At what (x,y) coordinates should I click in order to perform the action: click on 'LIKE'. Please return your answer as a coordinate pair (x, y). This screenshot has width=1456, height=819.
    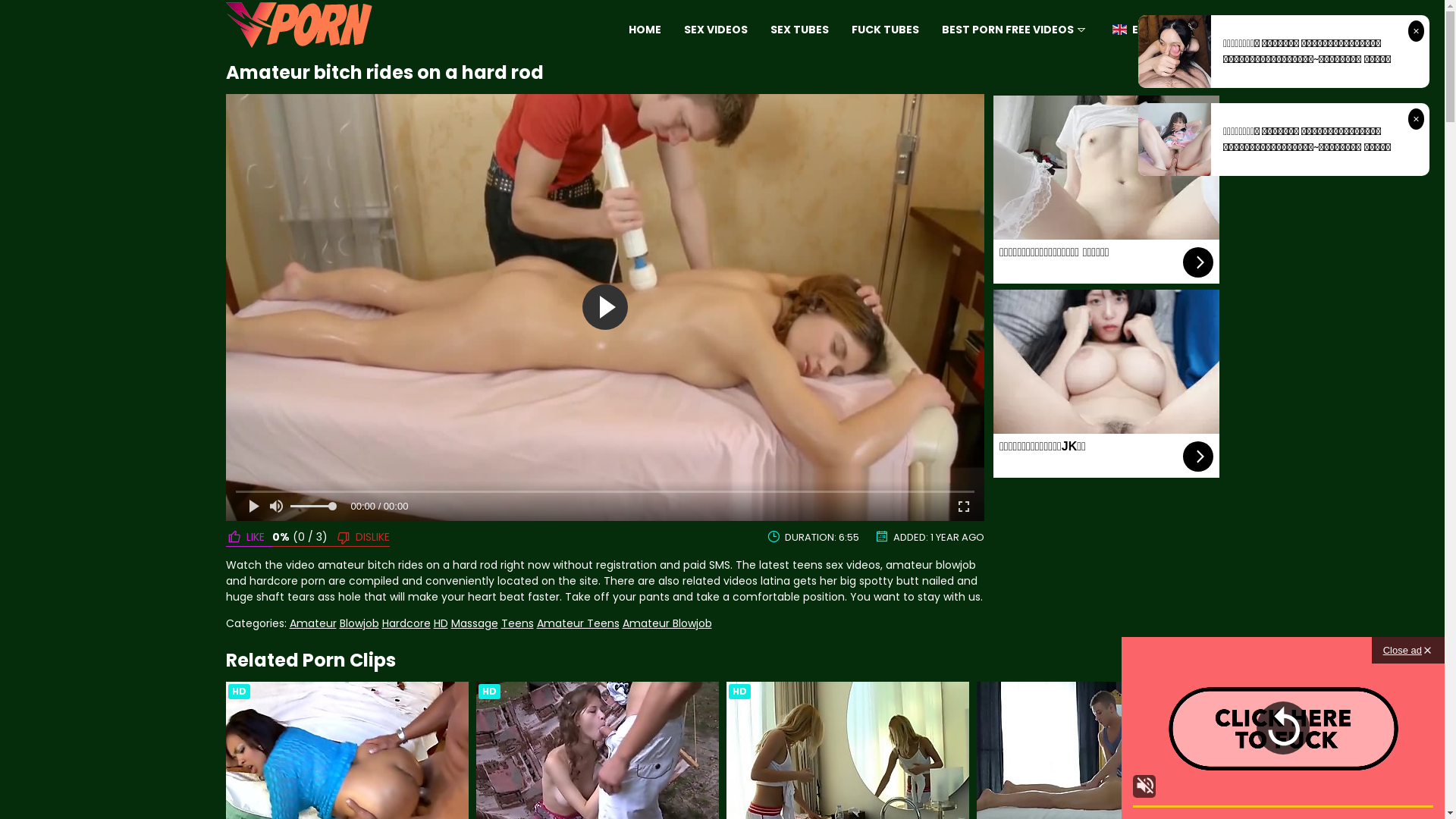
    Looking at the image, I should click on (249, 536).